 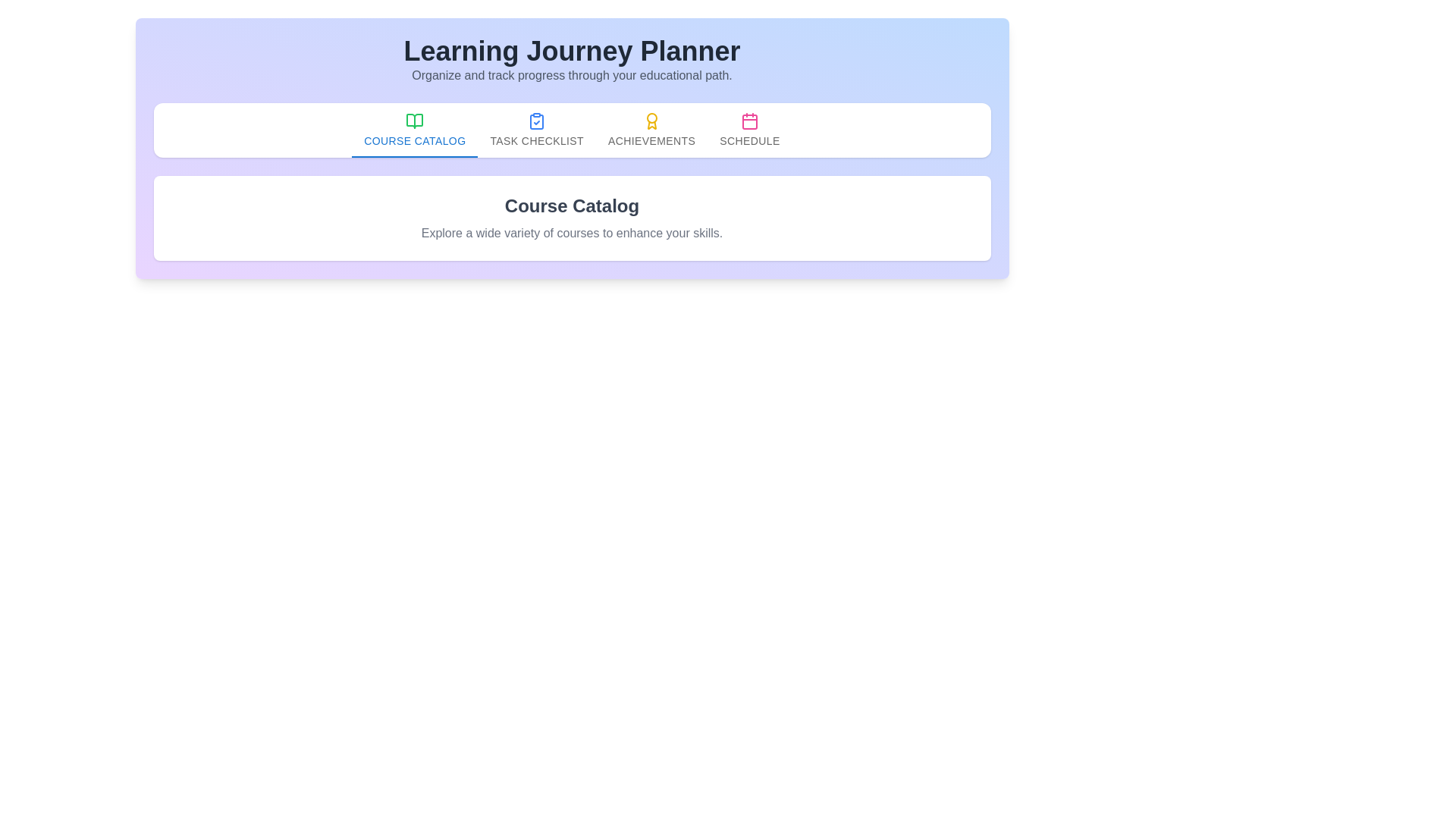 What do you see at coordinates (749, 130) in the screenshot?
I see `the 'SCHEDULE' tab navigation button, which is the fourth tab in the navigation bar that contains an icon of a pink calendar above the text` at bounding box center [749, 130].